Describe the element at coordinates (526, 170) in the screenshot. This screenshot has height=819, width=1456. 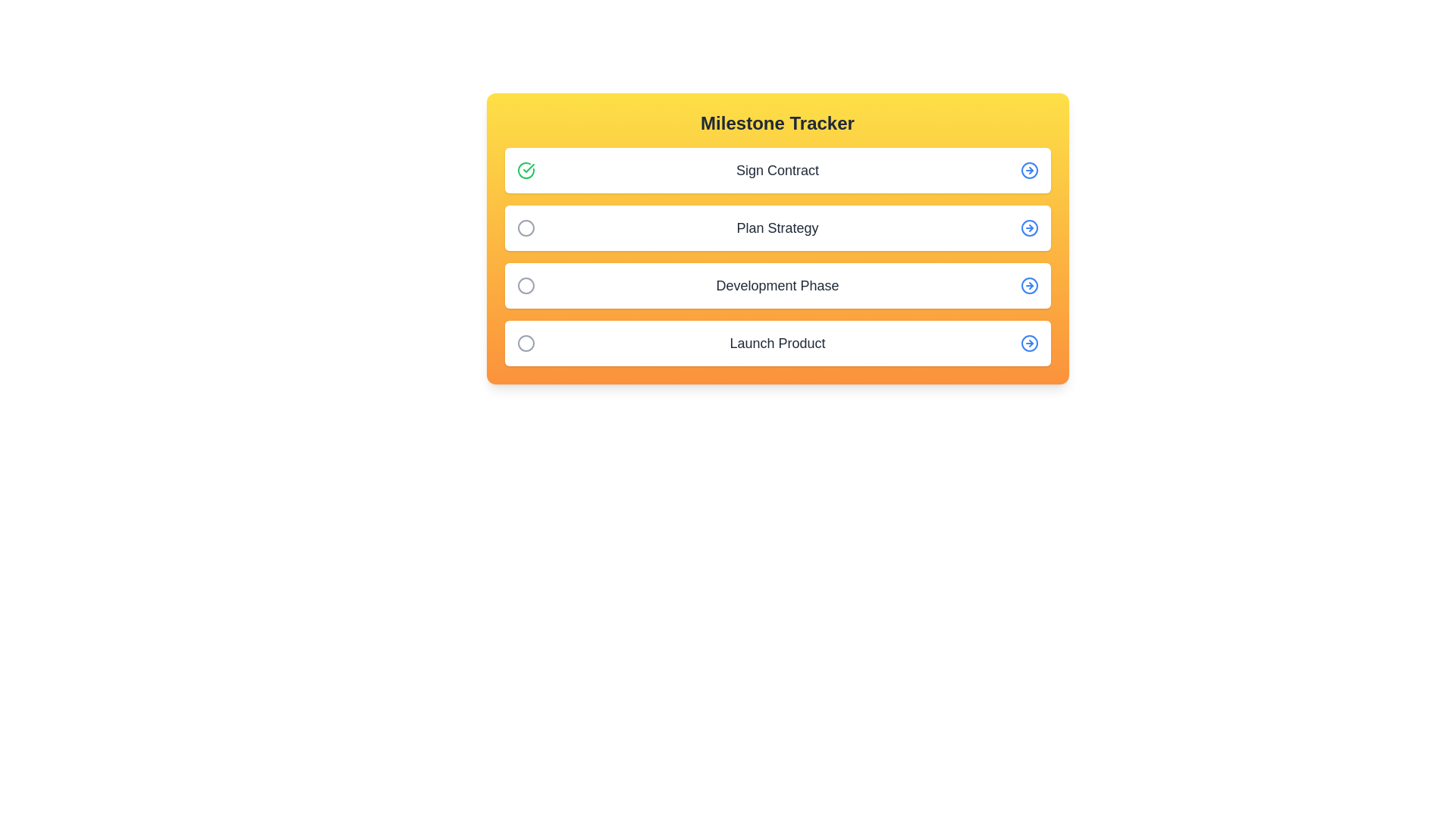
I see `the Checkbox or status indicator for the milestone 'Sign Contract' located in the first row of the 'Milestone Tracker' list` at that location.